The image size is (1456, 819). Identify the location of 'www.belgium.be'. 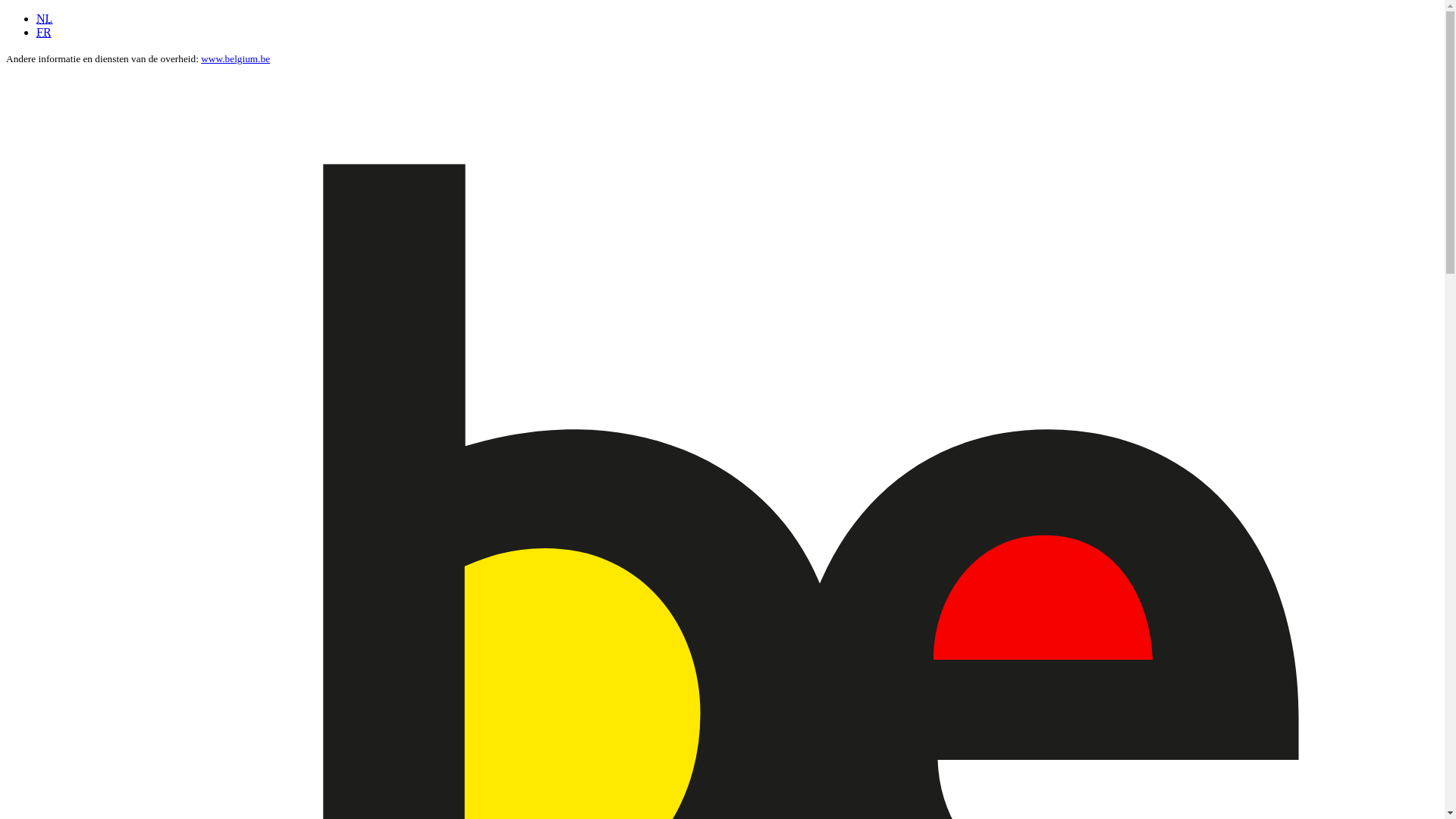
(234, 58).